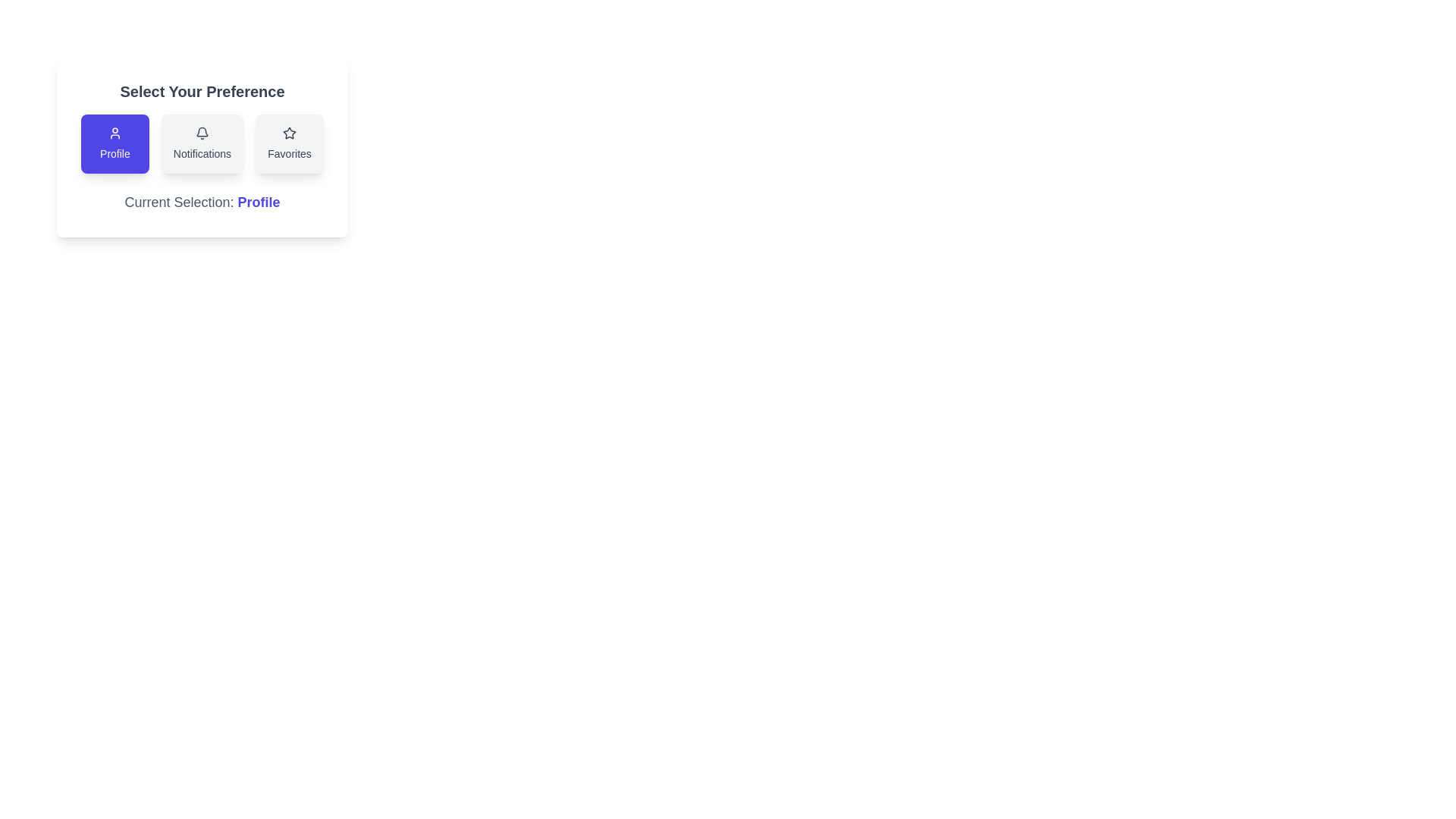 The height and width of the screenshot is (819, 1456). Describe the element at coordinates (202, 133) in the screenshot. I see `the notification card containing the bell icon for selection, which is the second item in the three-part layout under 'Select Your Preference'` at that location.